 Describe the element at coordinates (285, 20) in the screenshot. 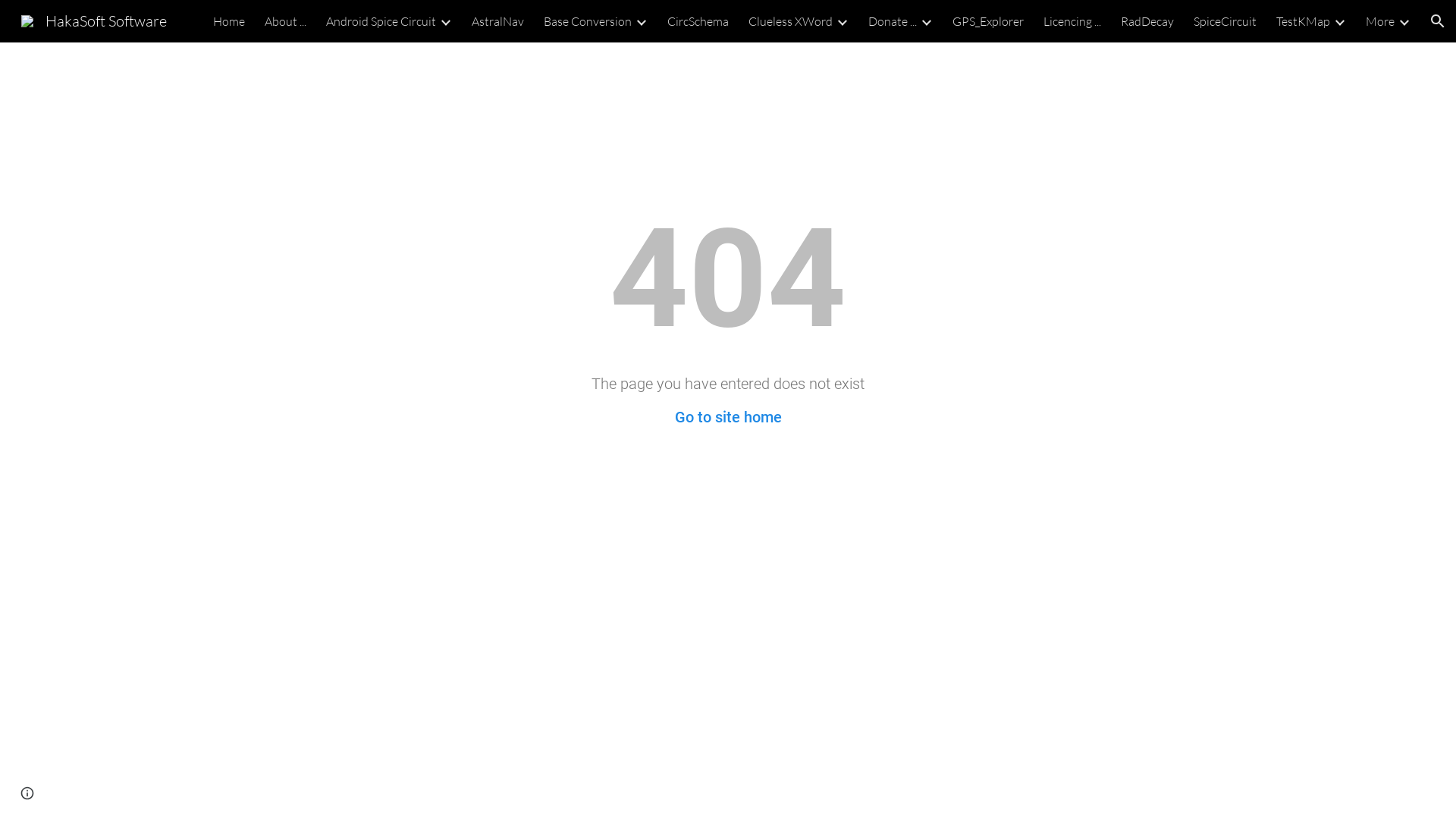

I see `'About ...'` at that location.